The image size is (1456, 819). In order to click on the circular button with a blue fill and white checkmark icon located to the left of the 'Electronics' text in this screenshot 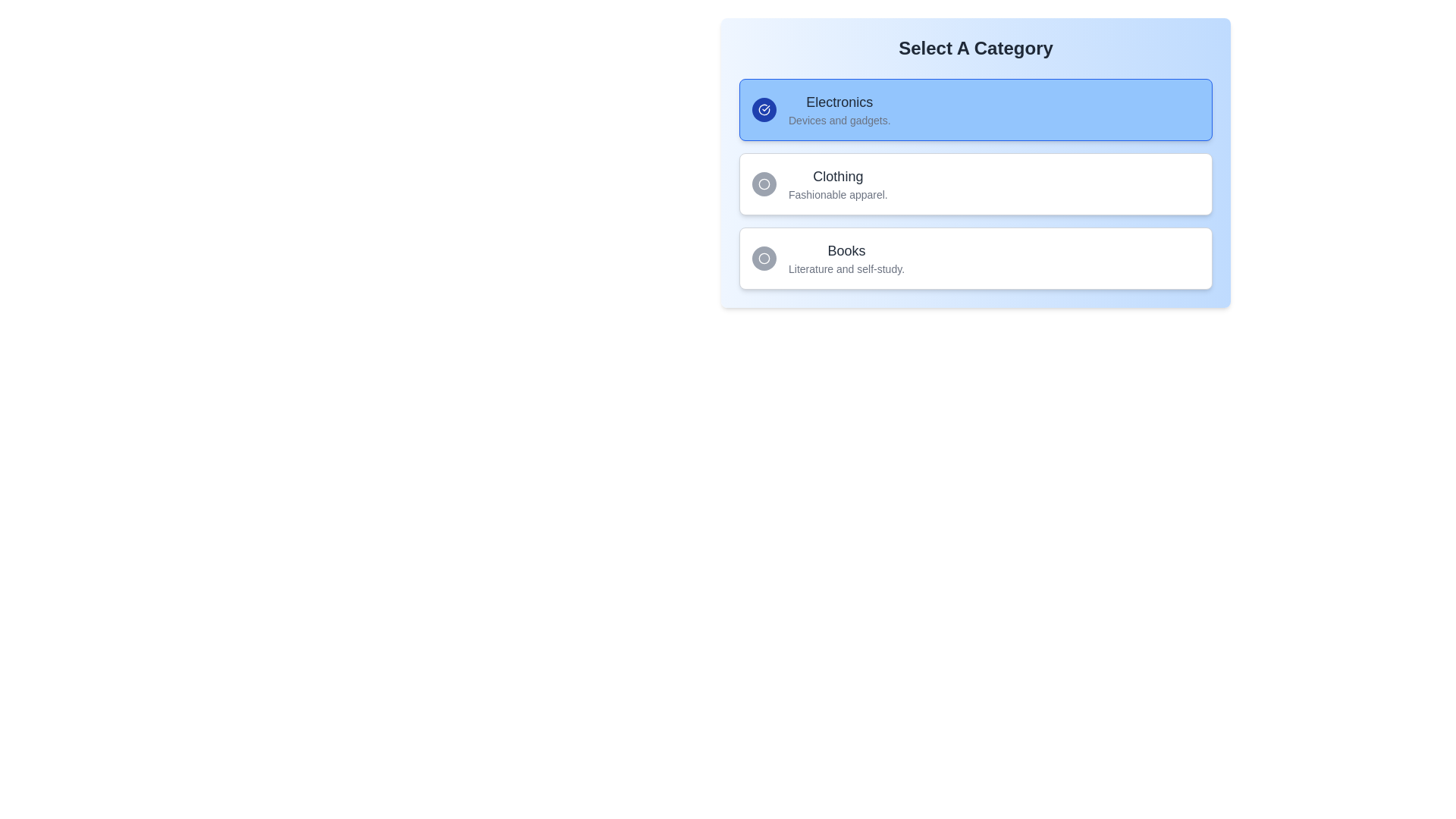, I will do `click(764, 109)`.